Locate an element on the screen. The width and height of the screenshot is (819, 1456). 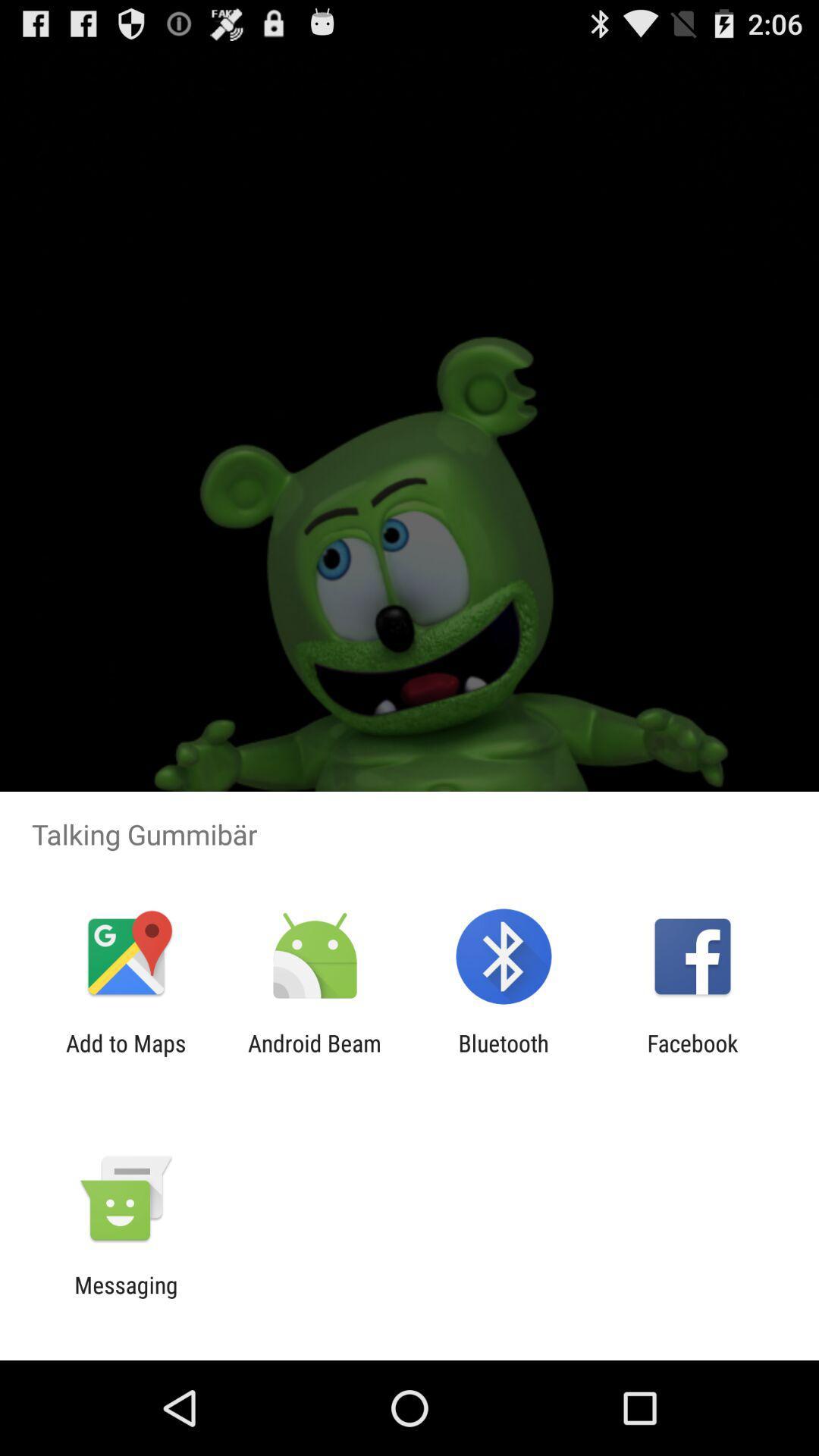
app to the left of the android beam icon is located at coordinates (125, 1056).